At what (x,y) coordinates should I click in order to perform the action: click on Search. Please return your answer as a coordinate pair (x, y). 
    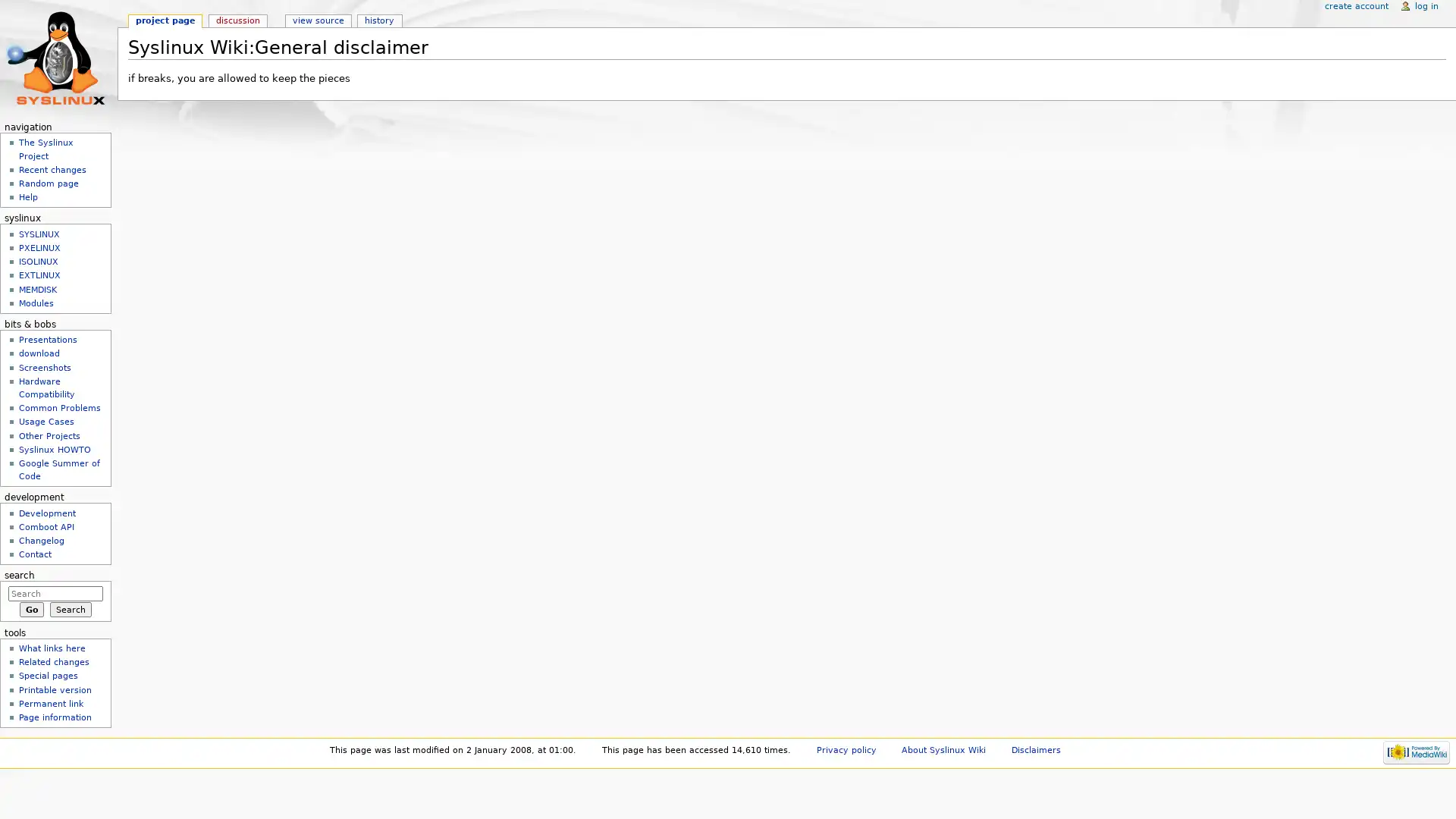
    Looking at the image, I should click on (70, 608).